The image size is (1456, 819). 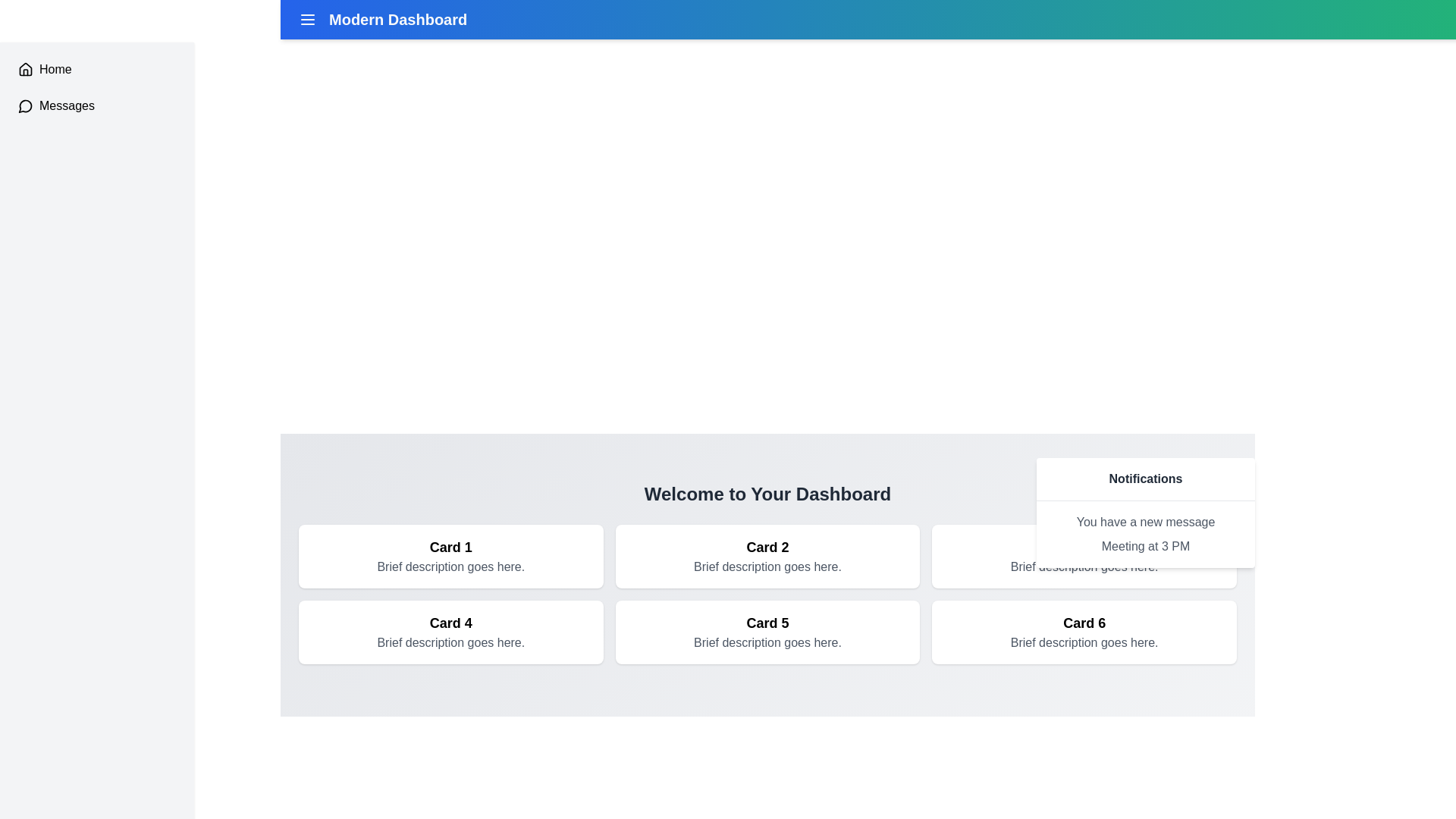 I want to click on the text label displaying 'Brief description goes here.' located within 'Card 4', so click(x=450, y=643).